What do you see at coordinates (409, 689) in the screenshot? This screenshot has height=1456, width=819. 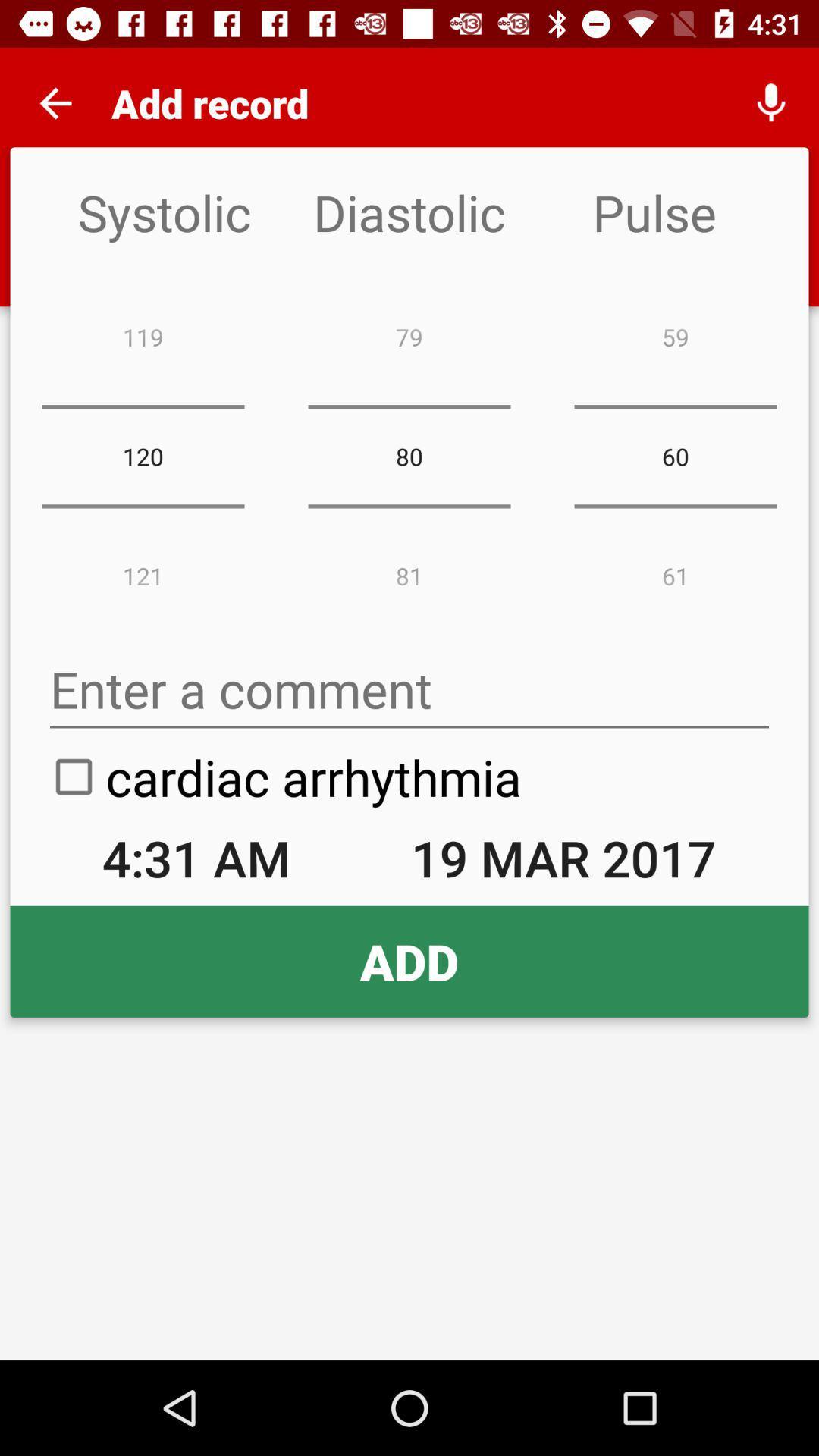 I see `enter a comment option` at bounding box center [409, 689].